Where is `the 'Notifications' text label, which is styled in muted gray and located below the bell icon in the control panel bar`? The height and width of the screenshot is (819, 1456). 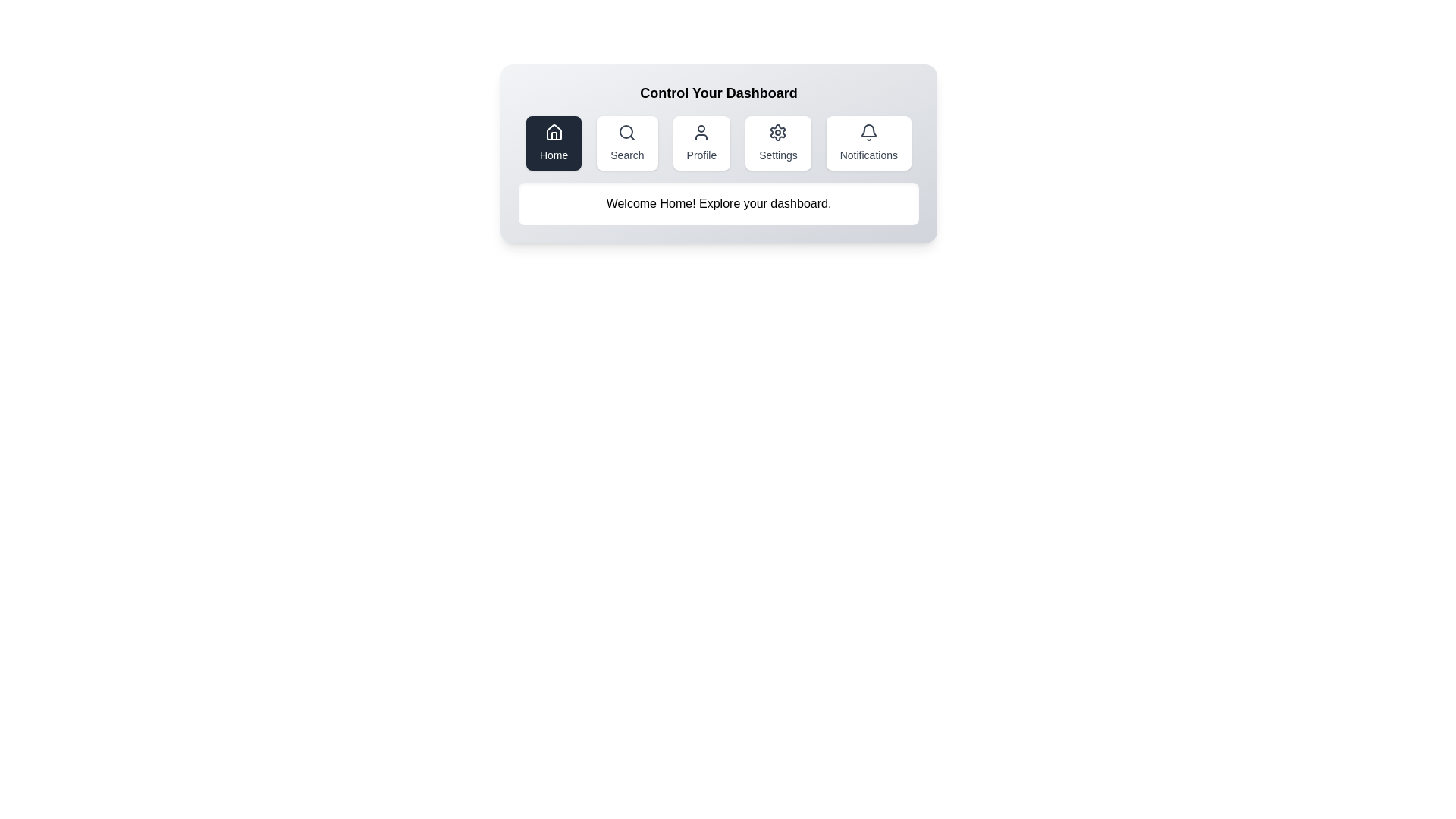 the 'Notifications' text label, which is styled in muted gray and located below the bell icon in the control panel bar is located at coordinates (868, 155).